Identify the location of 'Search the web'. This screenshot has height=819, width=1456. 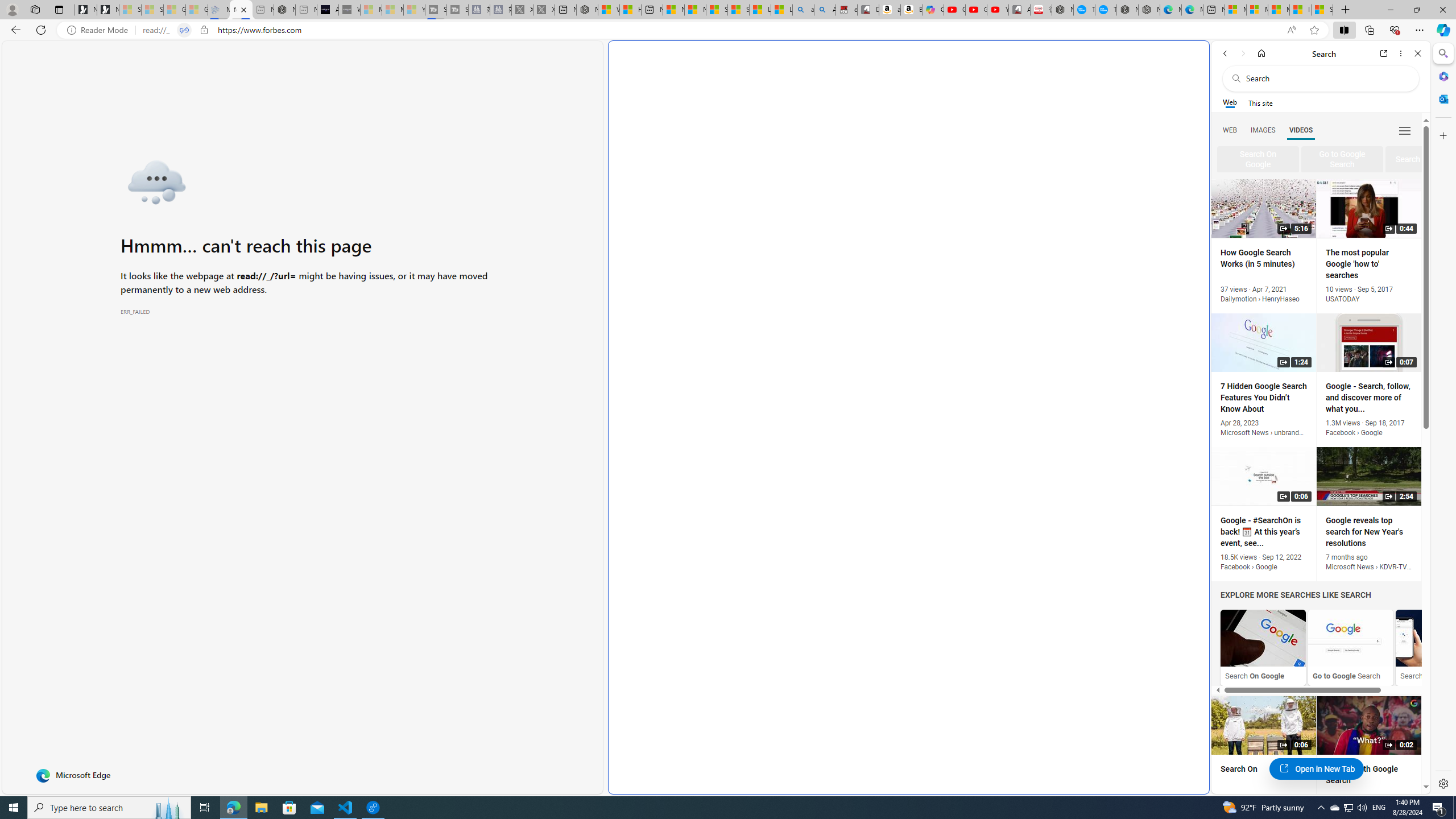
(1326, 78).